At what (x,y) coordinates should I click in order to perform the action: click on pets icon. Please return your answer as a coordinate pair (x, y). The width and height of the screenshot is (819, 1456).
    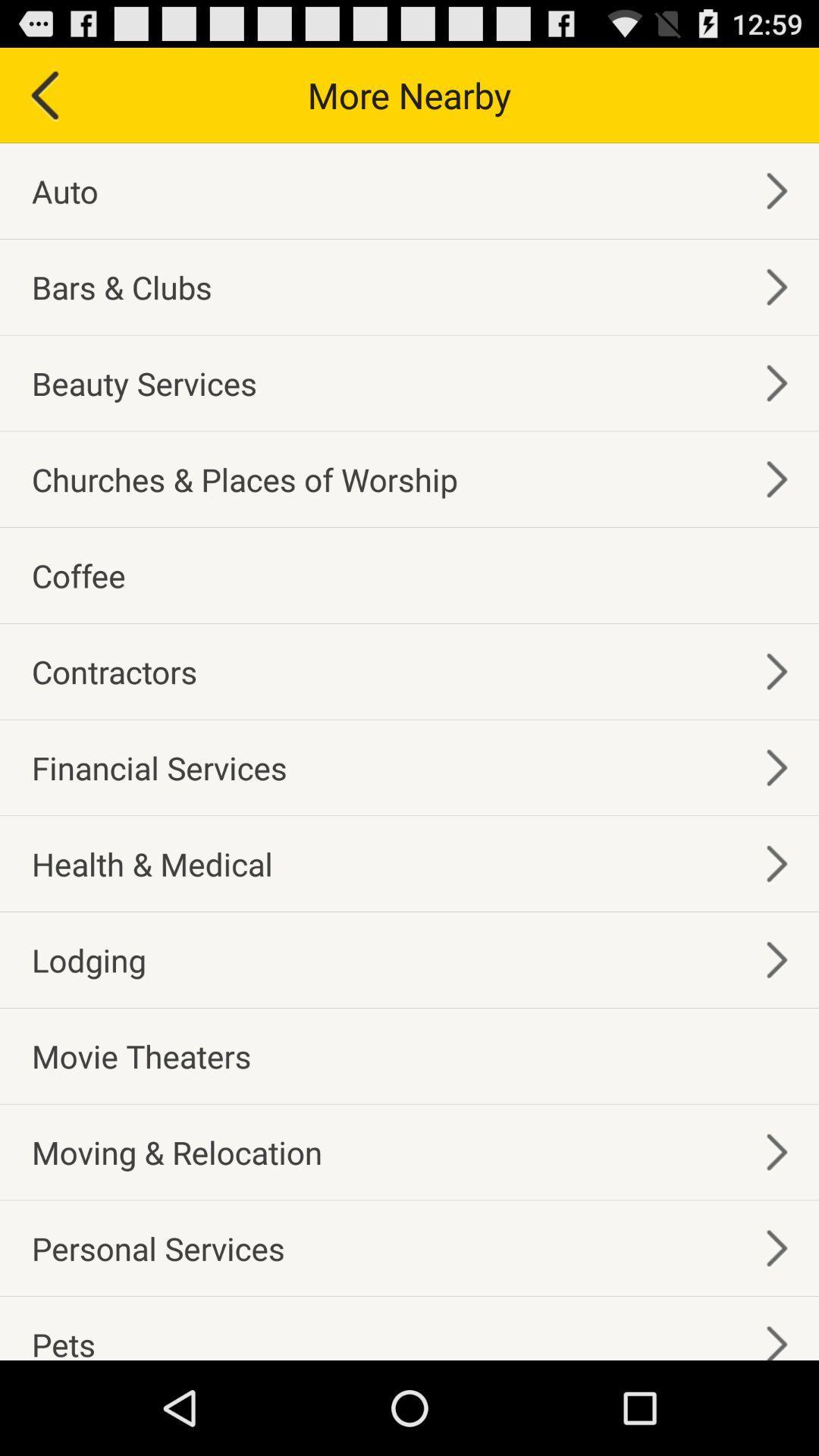
    Looking at the image, I should click on (63, 1341).